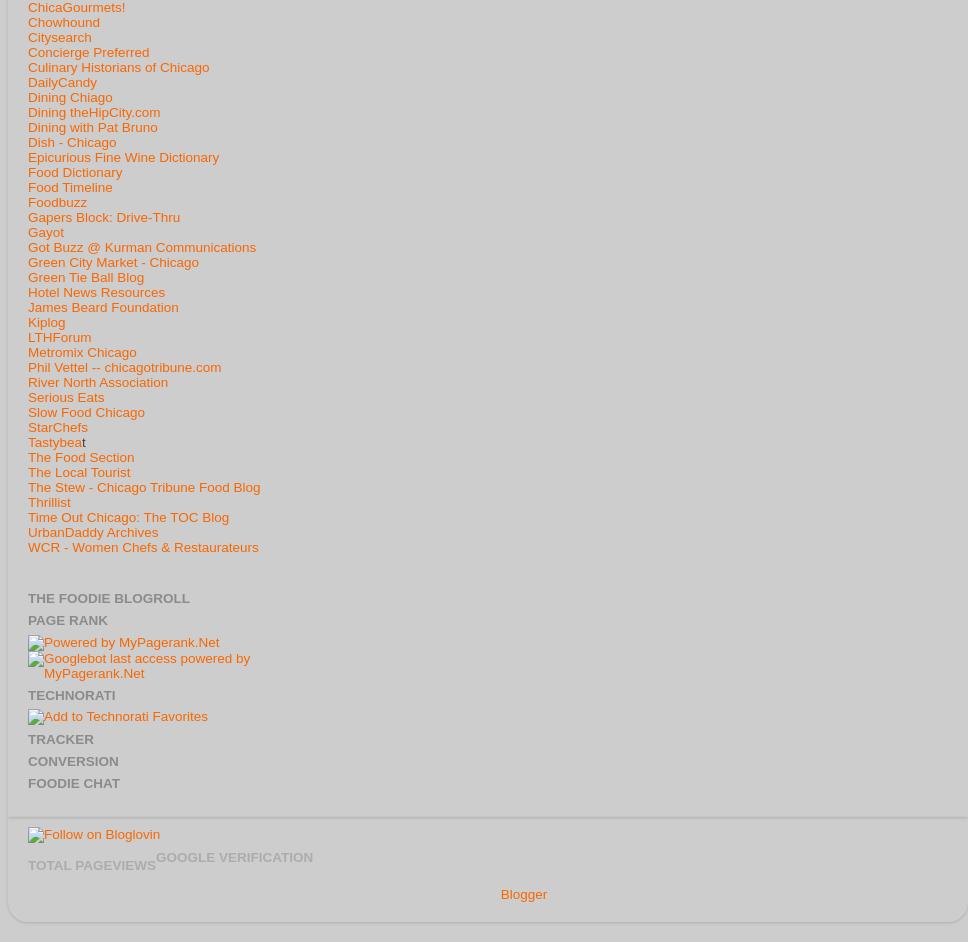  What do you see at coordinates (544, 893) in the screenshot?
I see `'.'` at bounding box center [544, 893].